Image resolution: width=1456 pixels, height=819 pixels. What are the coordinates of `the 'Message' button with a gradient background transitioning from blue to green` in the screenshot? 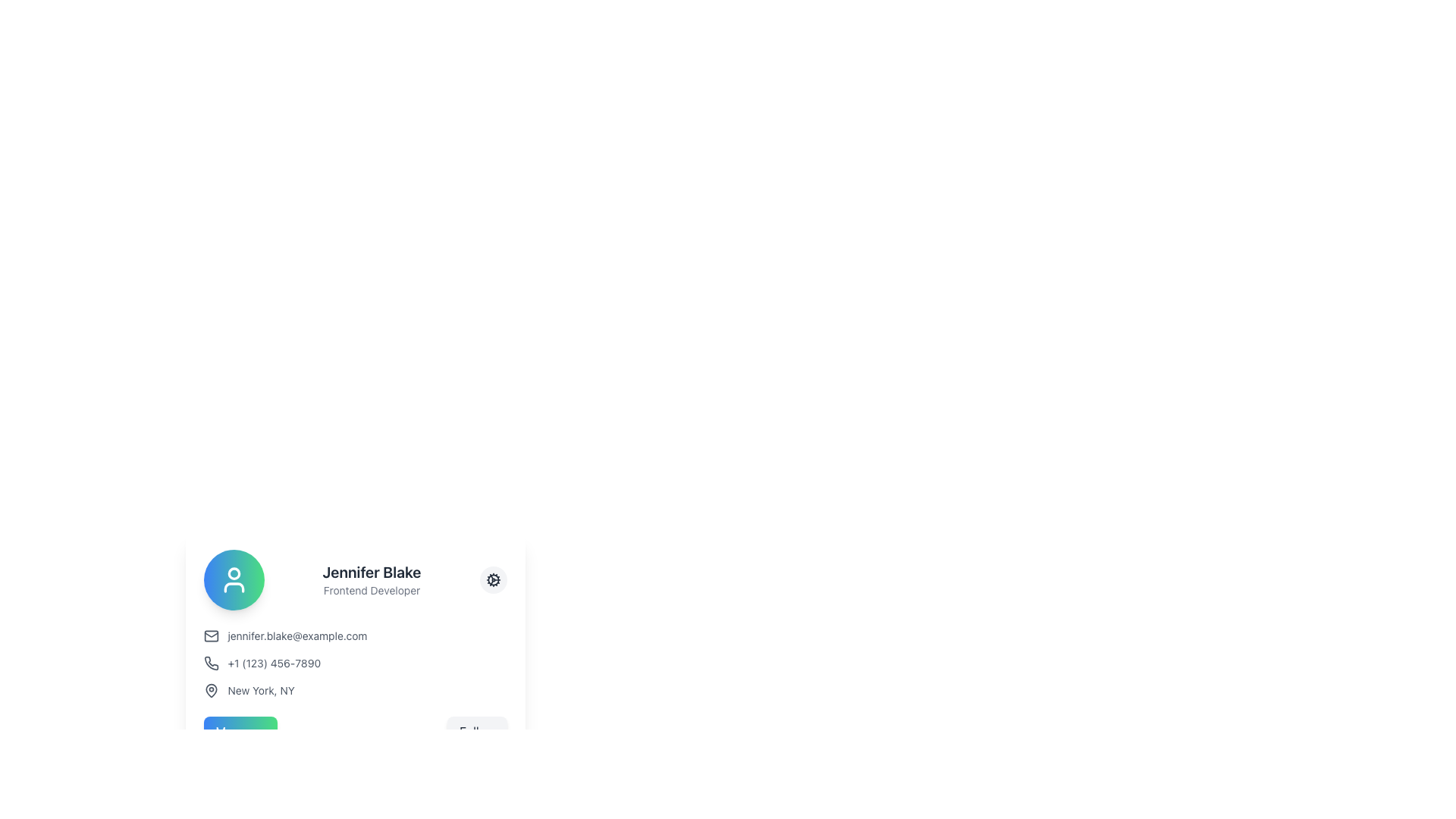 It's located at (240, 730).